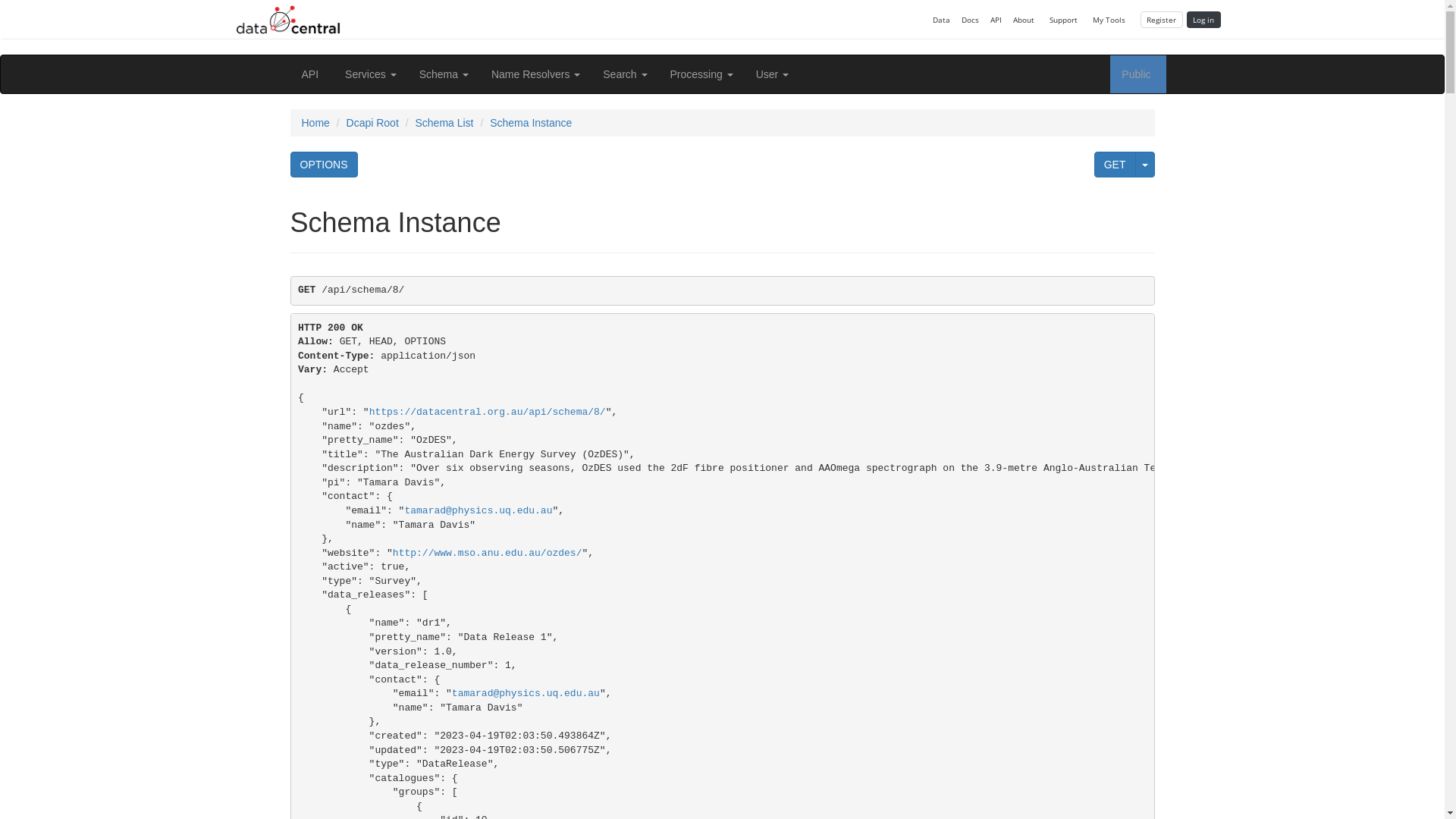 Image resolution: width=1456 pixels, height=819 pixels. What do you see at coordinates (1202, 20) in the screenshot?
I see `'Log in'` at bounding box center [1202, 20].